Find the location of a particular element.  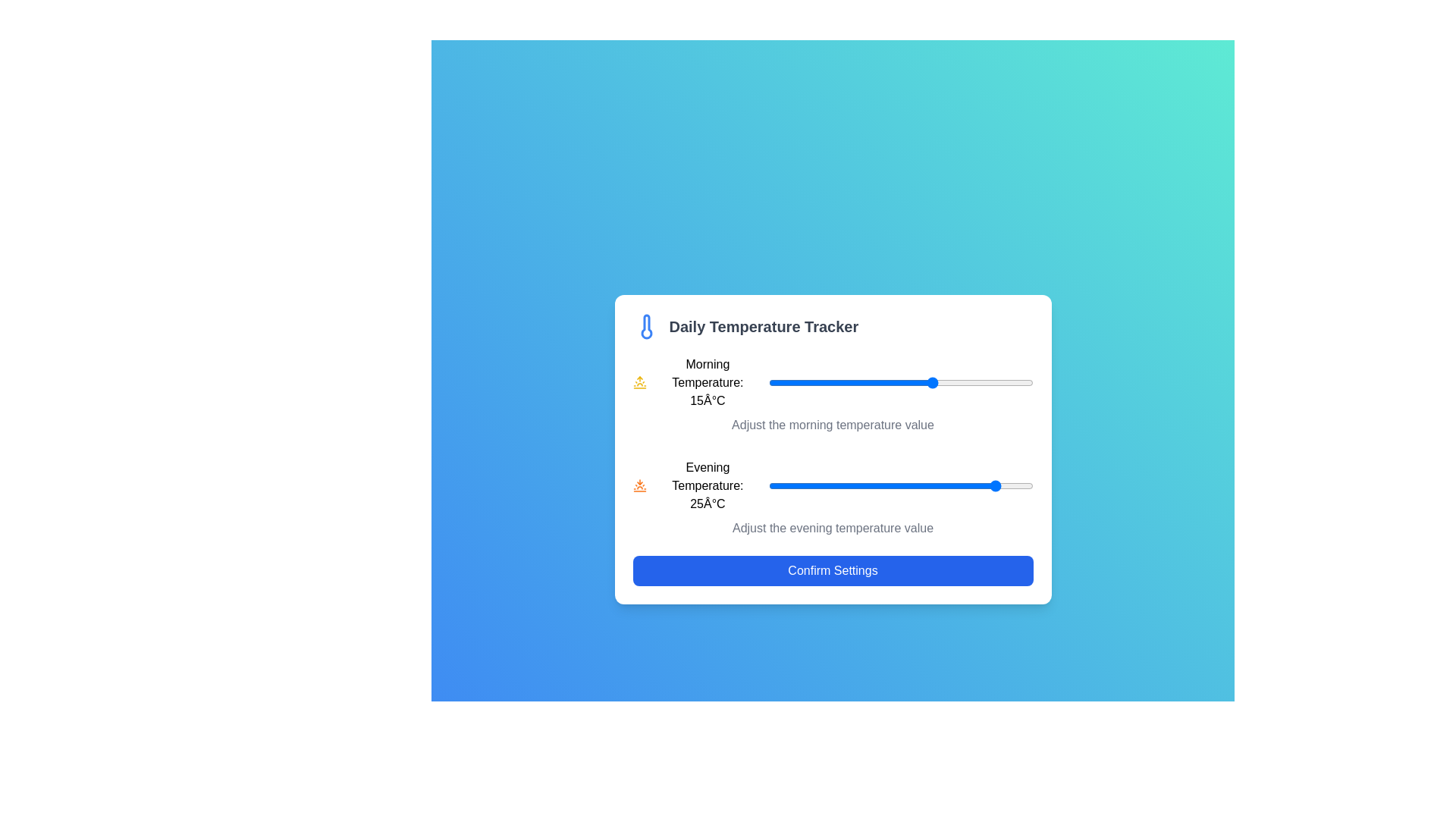

the morning temperature slider to a value of 5 is located at coordinates (868, 382).